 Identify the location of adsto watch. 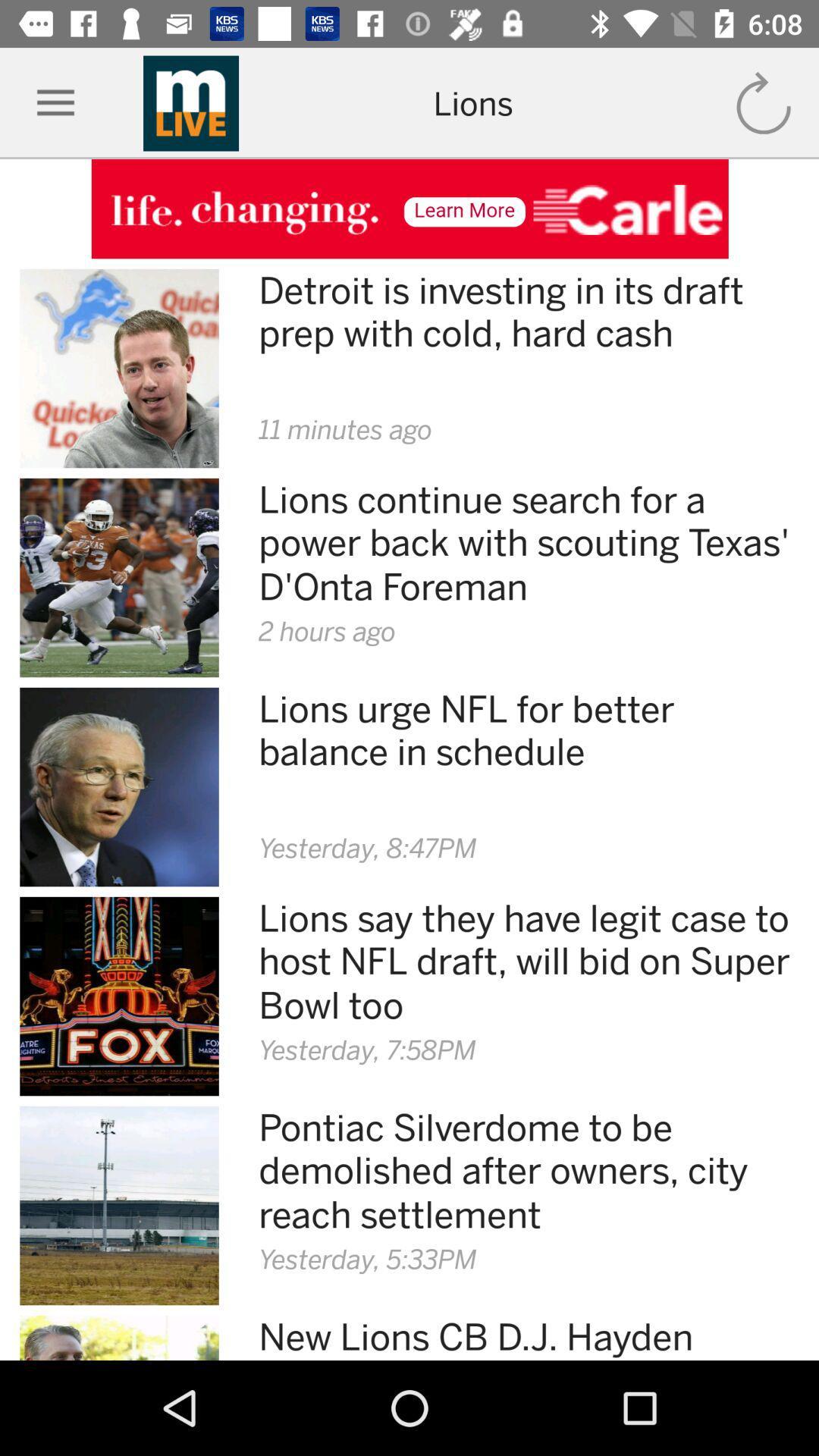
(409, 208).